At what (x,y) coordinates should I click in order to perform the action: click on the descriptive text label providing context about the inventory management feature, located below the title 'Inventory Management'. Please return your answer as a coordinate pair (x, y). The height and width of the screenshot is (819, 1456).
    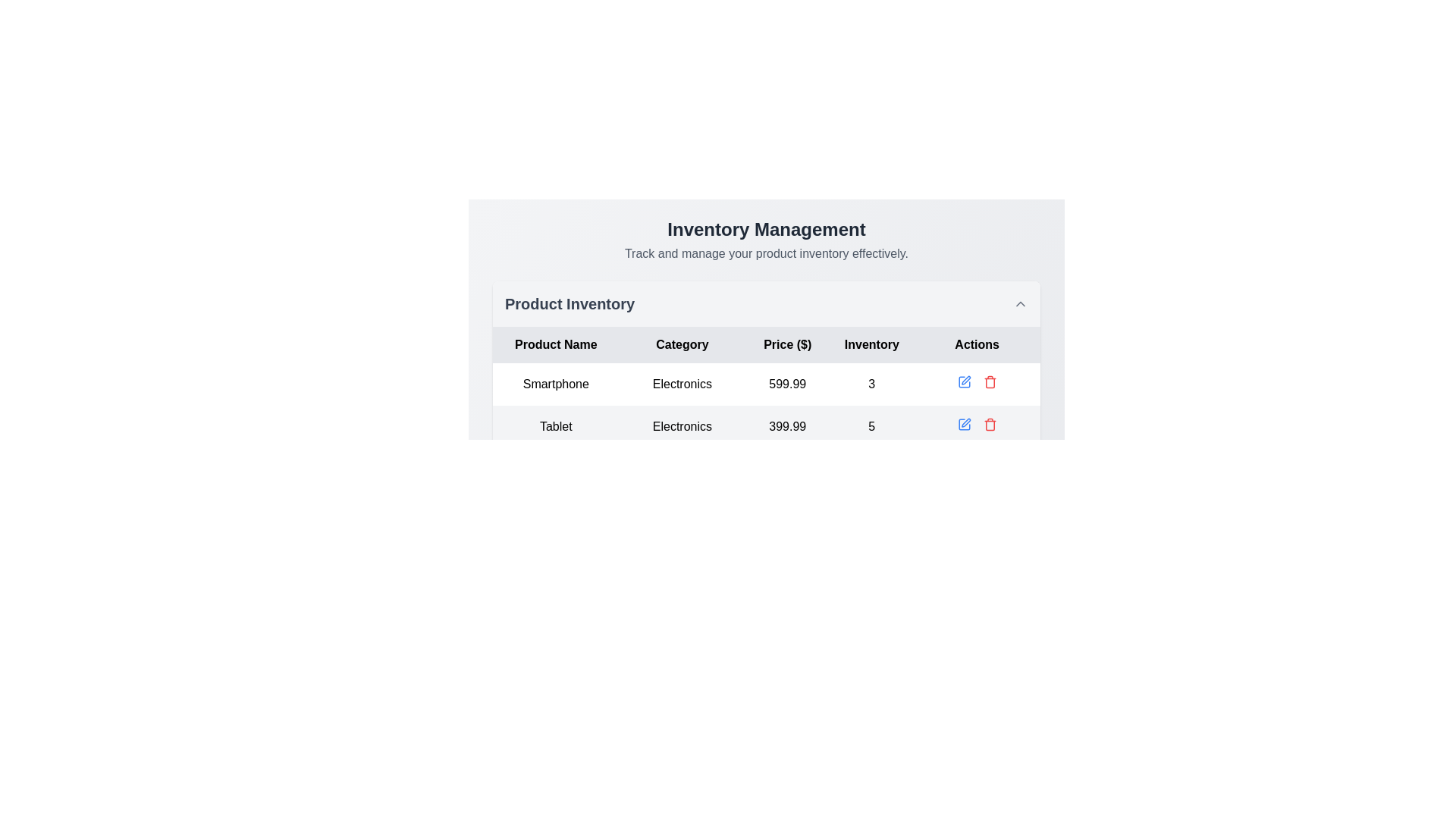
    Looking at the image, I should click on (767, 253).